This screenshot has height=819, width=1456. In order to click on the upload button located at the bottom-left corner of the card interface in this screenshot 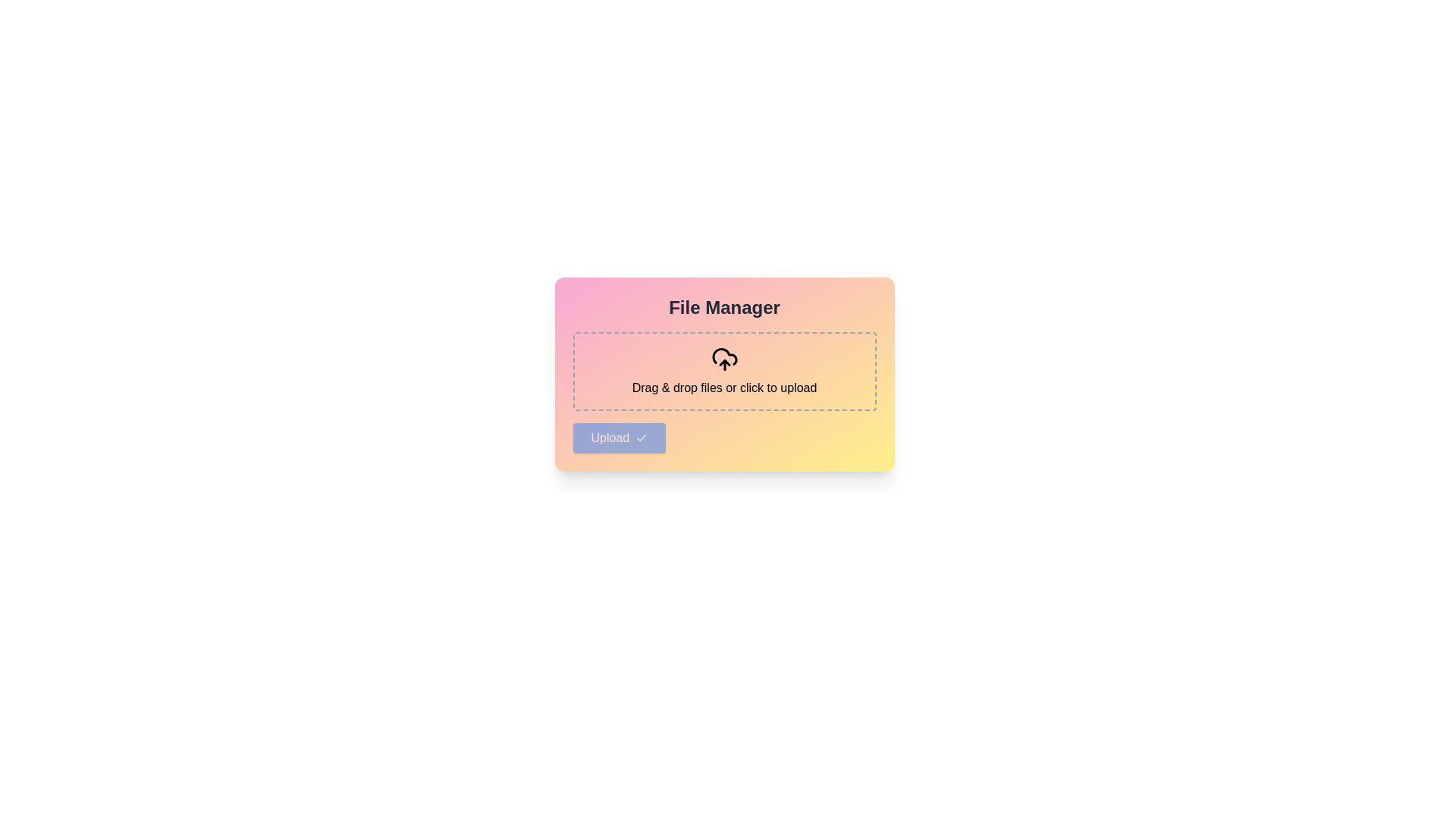, I will do `click(619, 438)`.